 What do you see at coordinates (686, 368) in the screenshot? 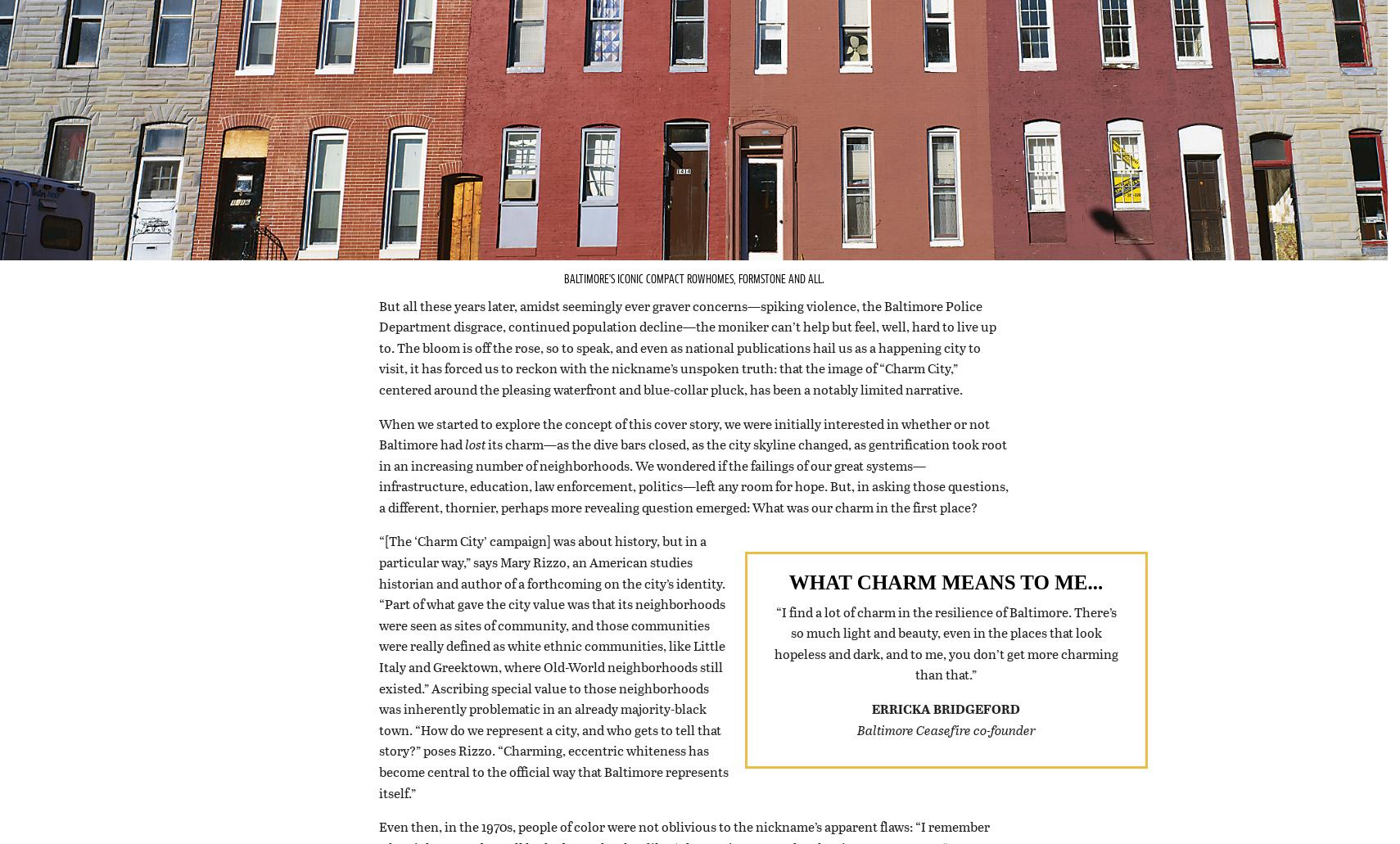
I see `'But all these years later, amidst seemingly ever graver concerns—spiking violence, the Baltimore Police Department disgrace, continued population decline—the moniker can’t help but feel, well, hard to live up to. The bloom is off the rose, so to speak, and even as national publications hail us as a happening city to visit, it has forced us to reckon with the nickname’s unspoken truth: that the image of “Charm City,” centered around the pleasing waterfront and blue-collar pluck, has been a notably limited narrative.'` at bounding box center [686, 368].